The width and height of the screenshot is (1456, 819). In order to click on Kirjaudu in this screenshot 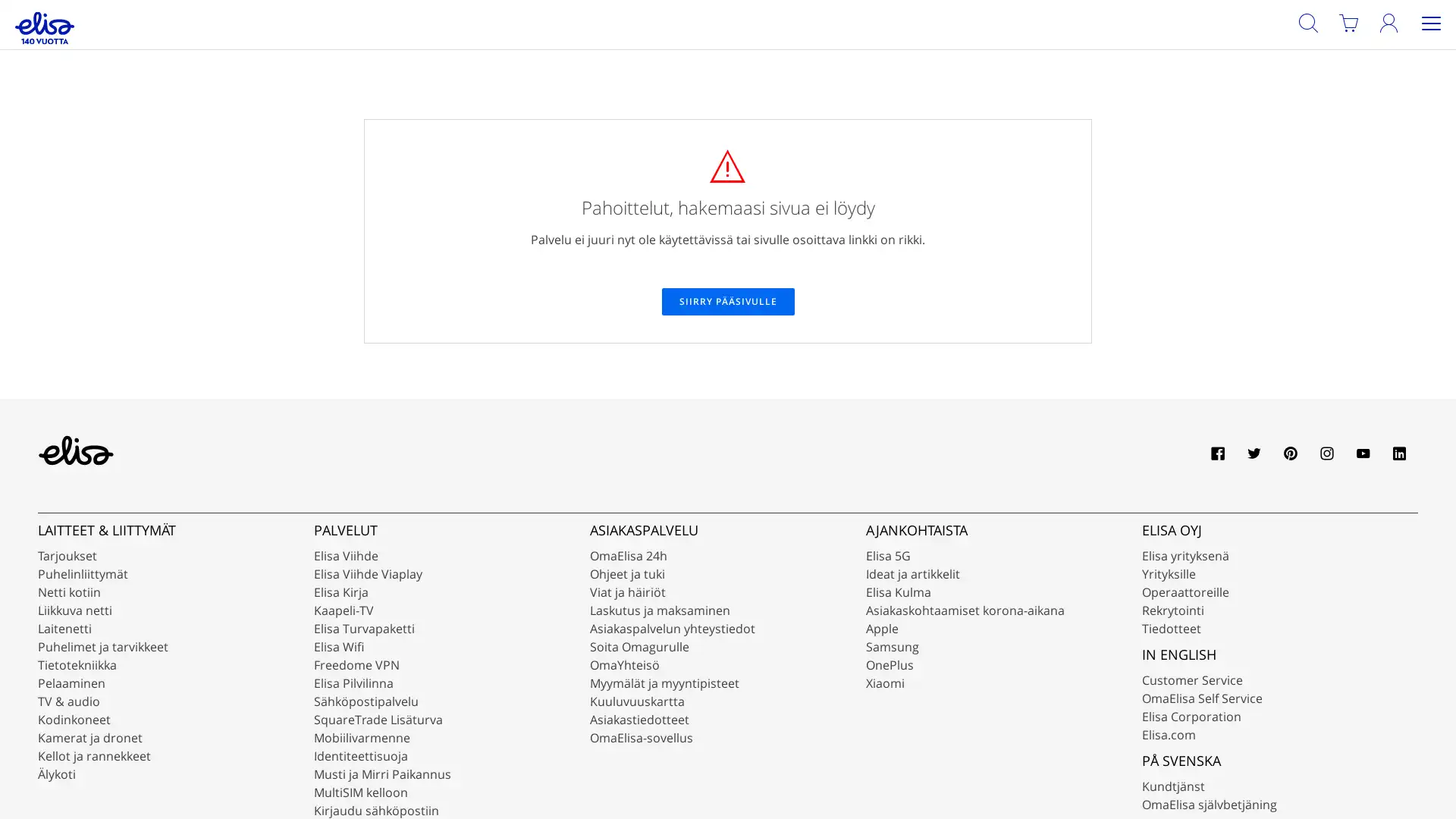, I will do `click(1404, 54)`.